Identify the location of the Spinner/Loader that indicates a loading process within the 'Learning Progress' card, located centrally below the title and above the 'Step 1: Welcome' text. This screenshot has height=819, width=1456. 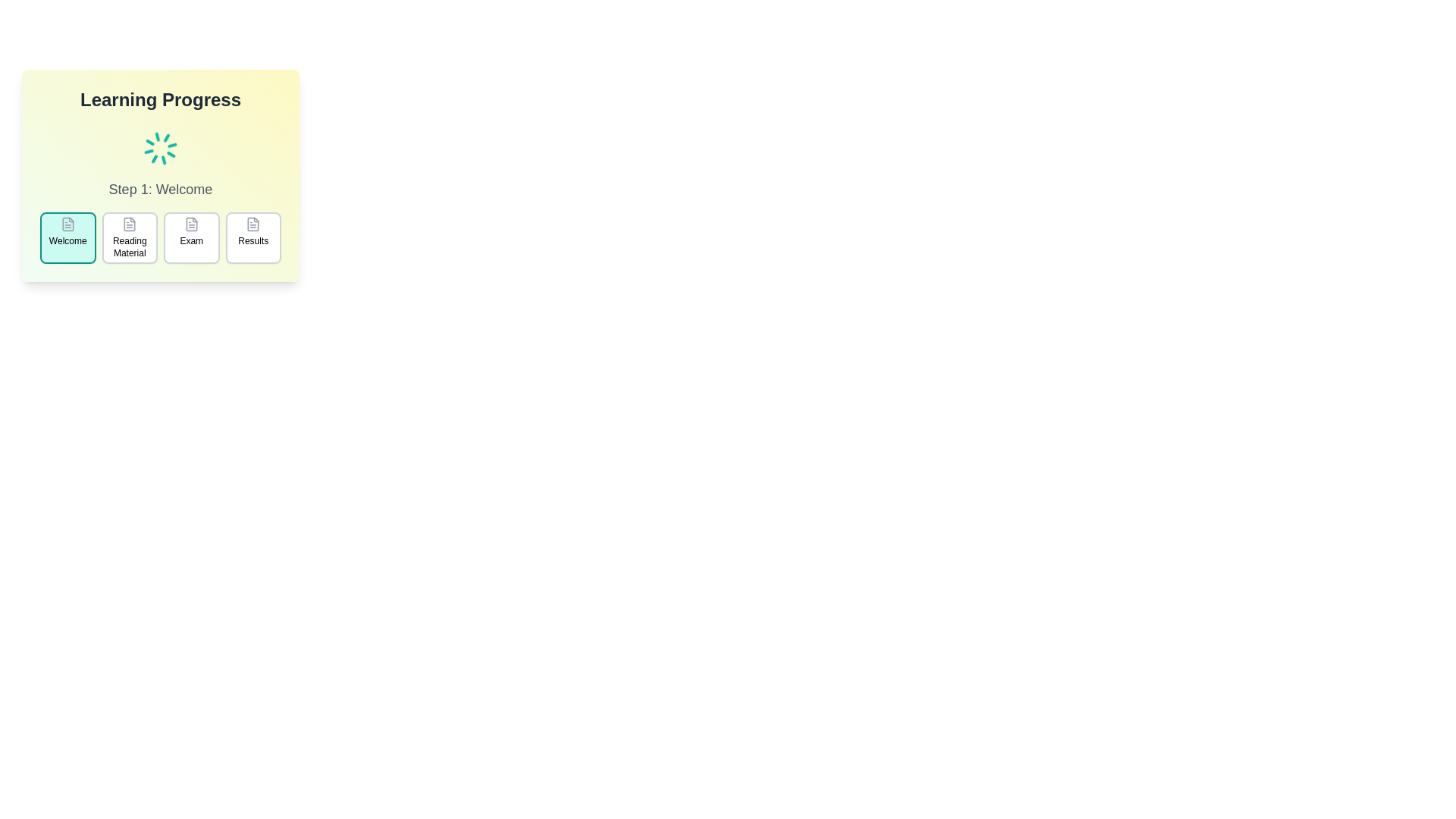
(160, 149).